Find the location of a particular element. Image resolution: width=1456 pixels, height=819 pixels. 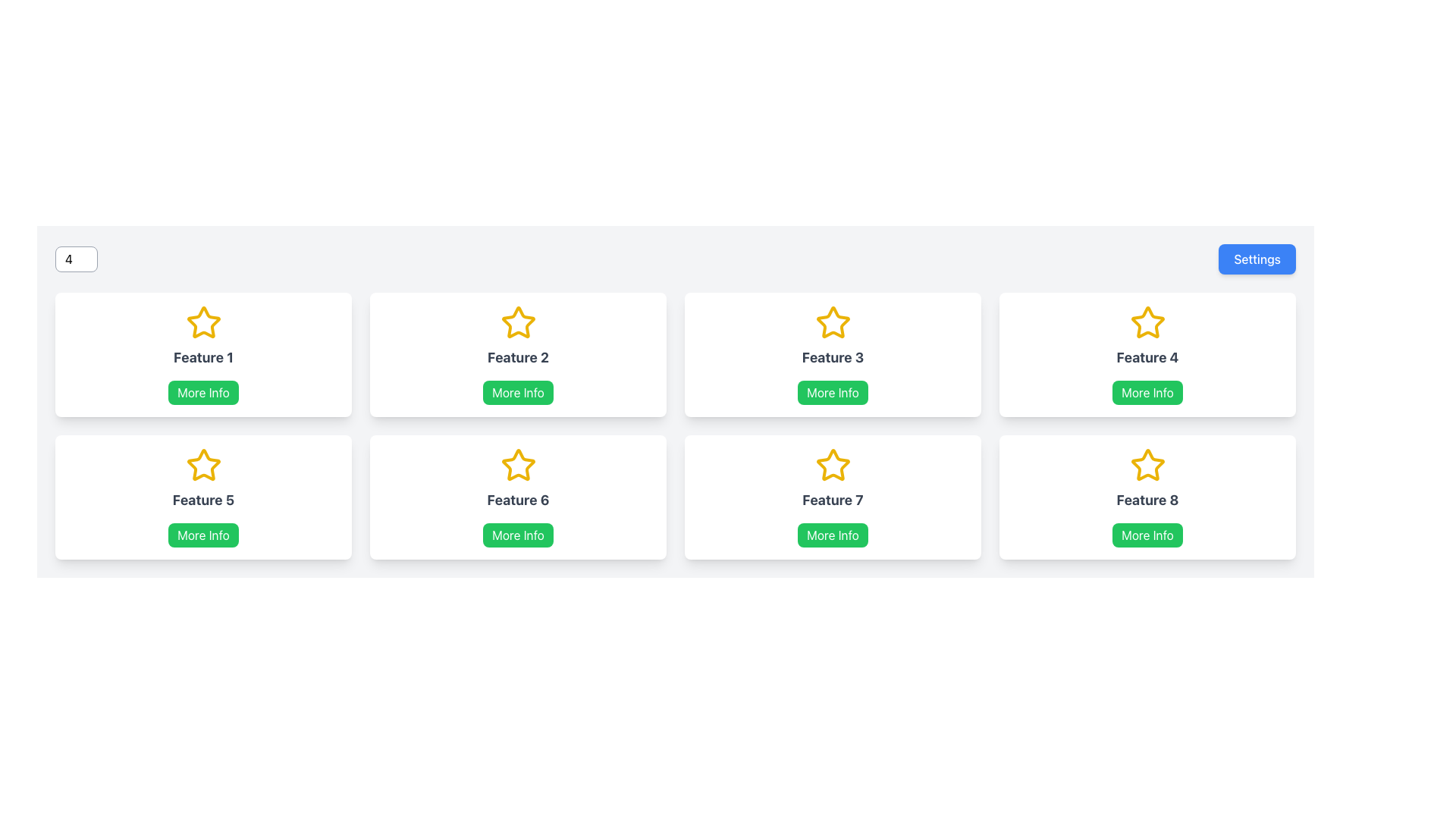

the star-shaped icon with a yellow outline that is located centrally above the 'Feature 4' label within the fourth card of the grid layout is located at coordinates (1147, 322).